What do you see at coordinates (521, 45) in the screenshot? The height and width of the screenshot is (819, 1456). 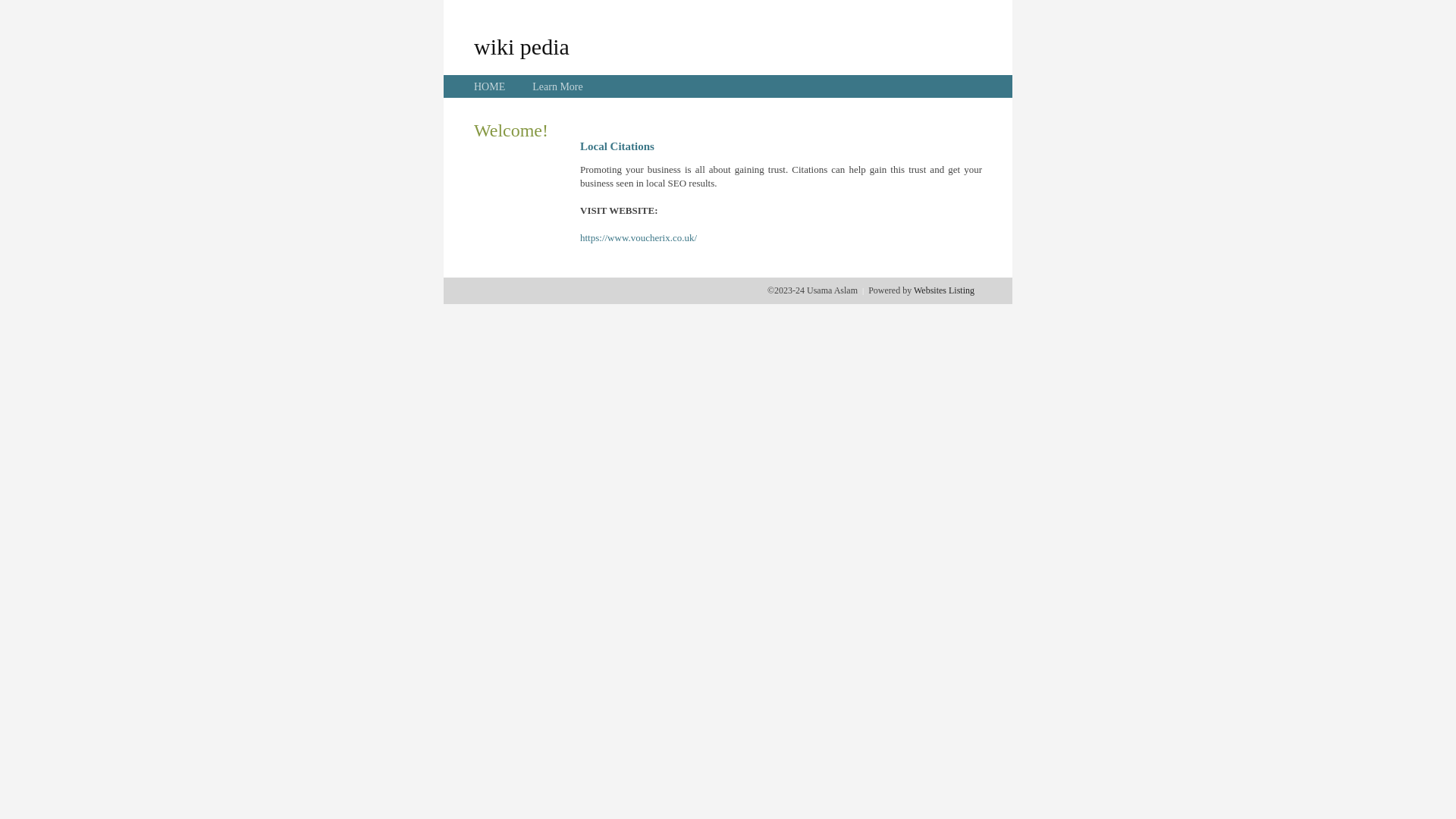 I see `'wiki pedia'` at bounding box center [521, 45].